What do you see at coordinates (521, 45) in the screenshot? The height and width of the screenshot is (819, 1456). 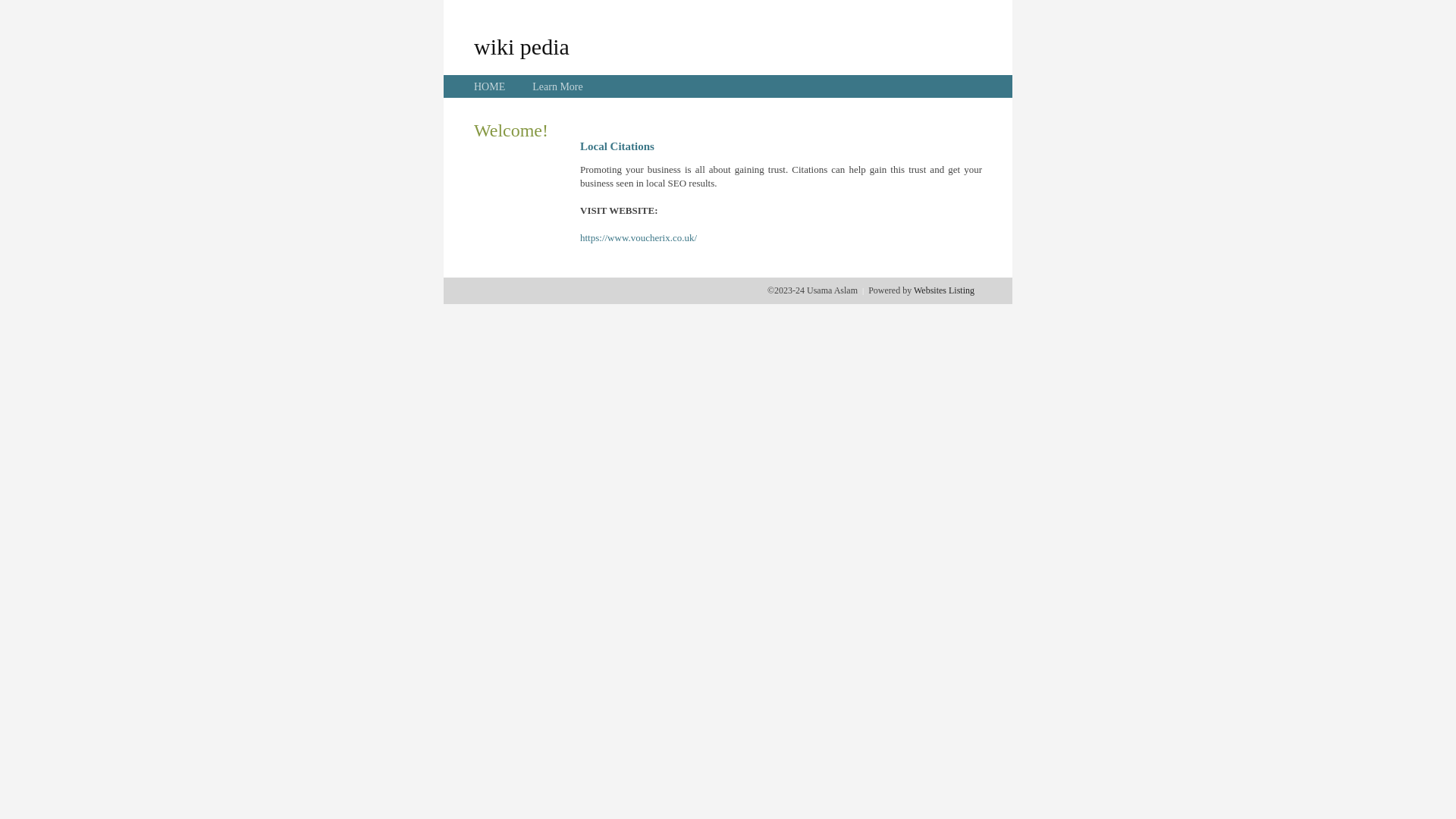 I see `'wiki pedia'` at bounding box center [521, 45].